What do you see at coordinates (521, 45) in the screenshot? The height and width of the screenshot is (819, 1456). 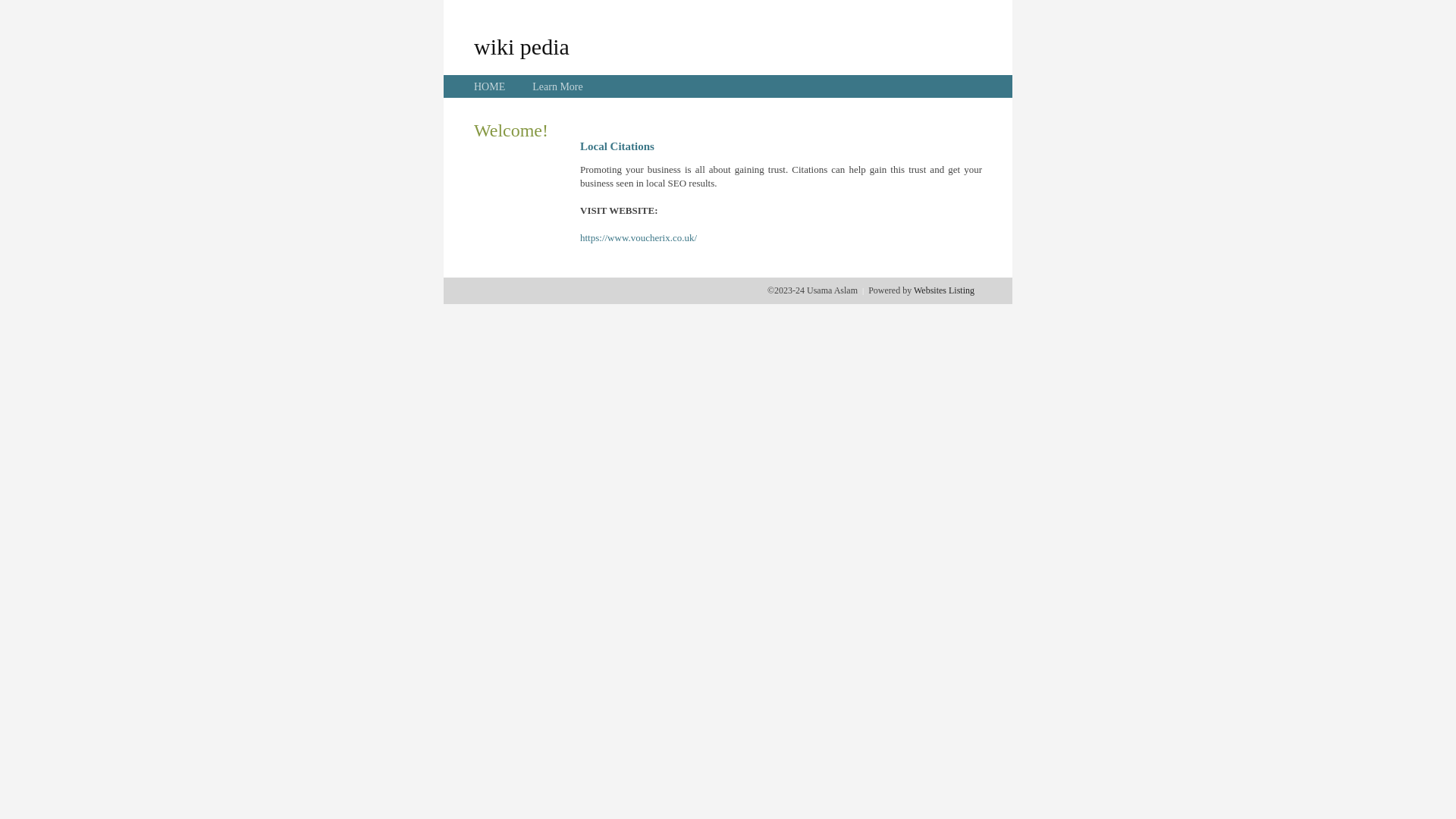 I see `'wiki pedia'` at bounding box center [521, 45].